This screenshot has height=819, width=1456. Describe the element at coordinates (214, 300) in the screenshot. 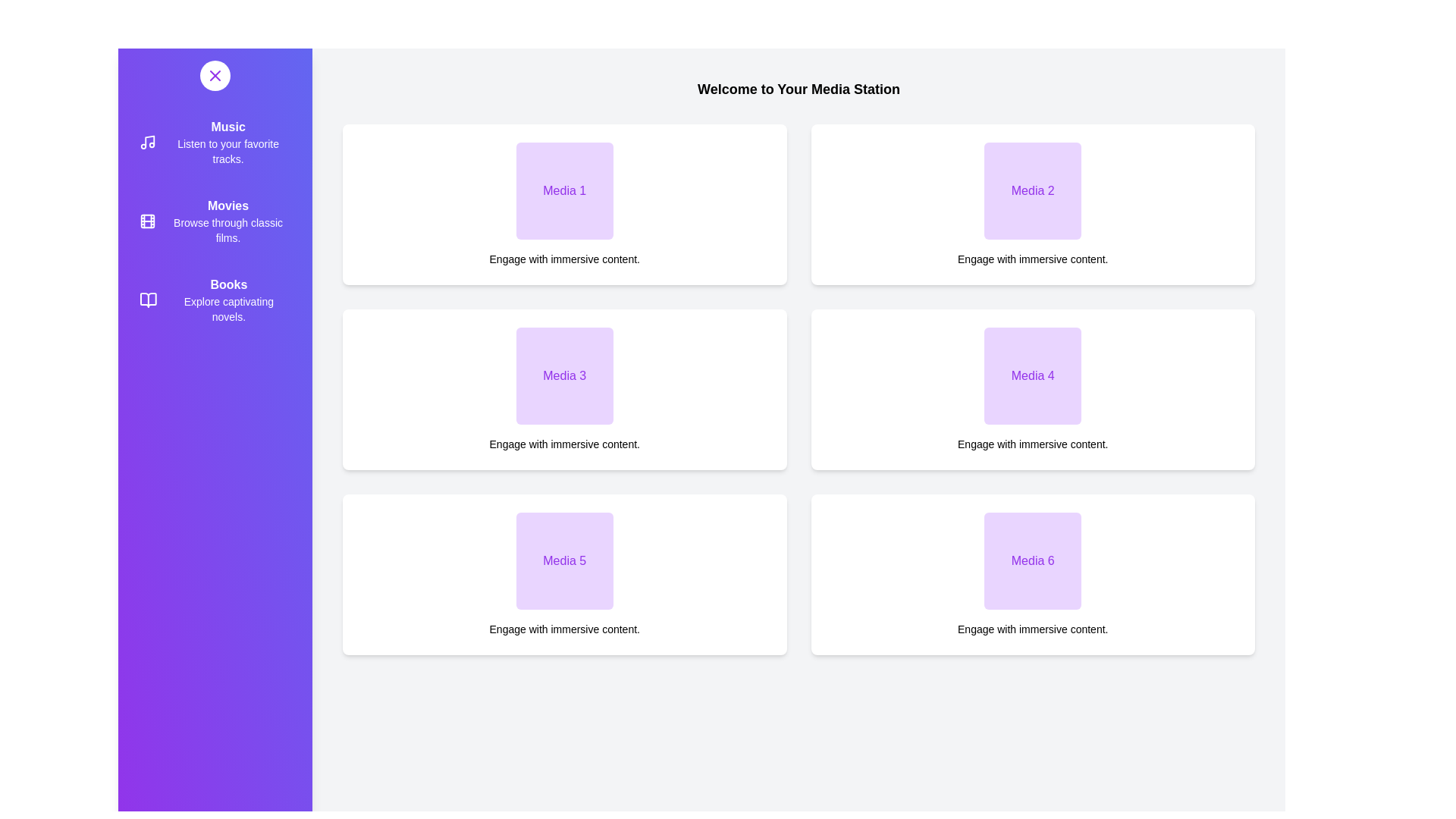

I see `the media category Books to view its description` at that location.